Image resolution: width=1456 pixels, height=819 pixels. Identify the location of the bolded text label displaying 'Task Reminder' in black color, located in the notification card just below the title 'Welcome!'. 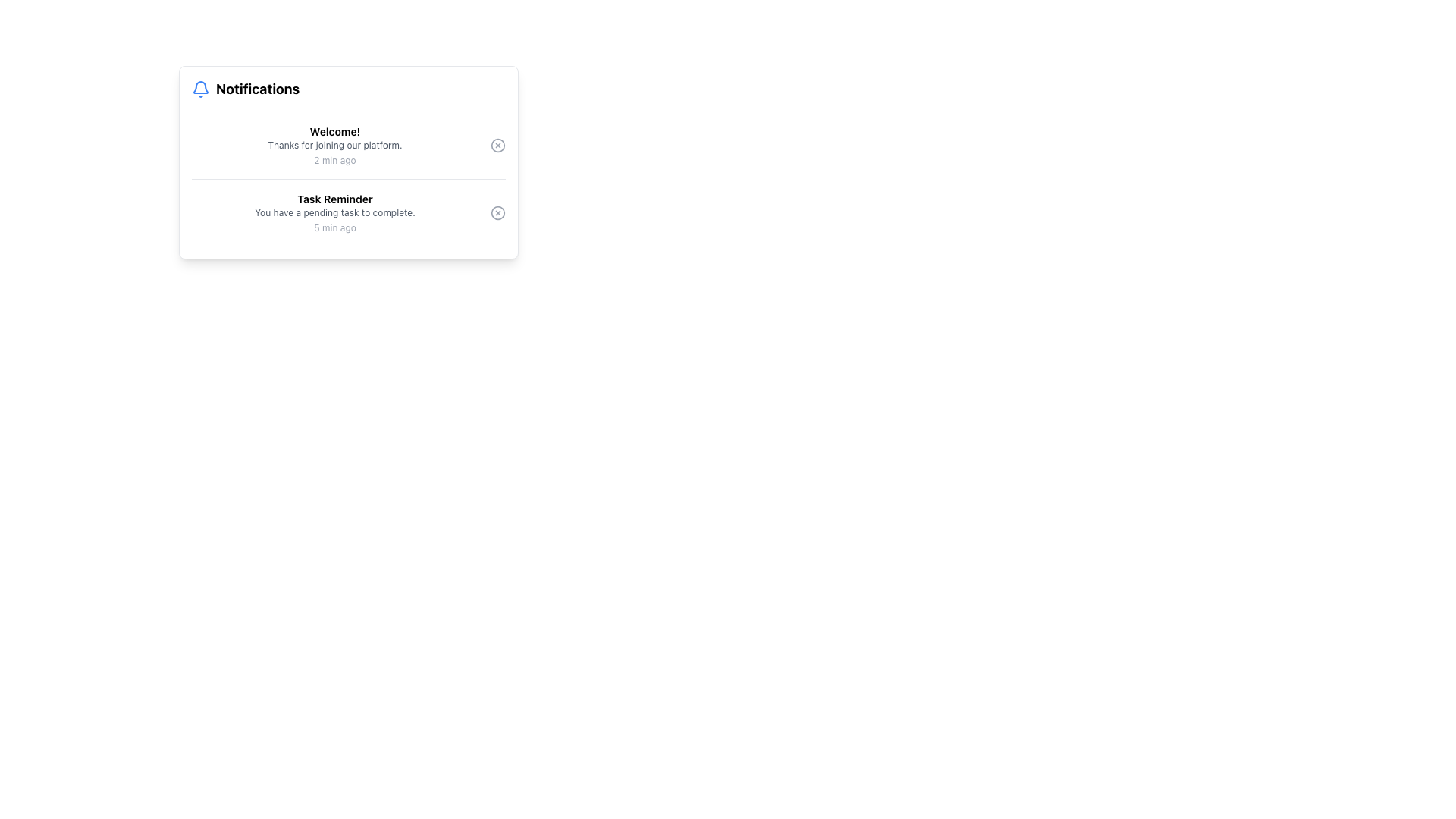
(334, 198).